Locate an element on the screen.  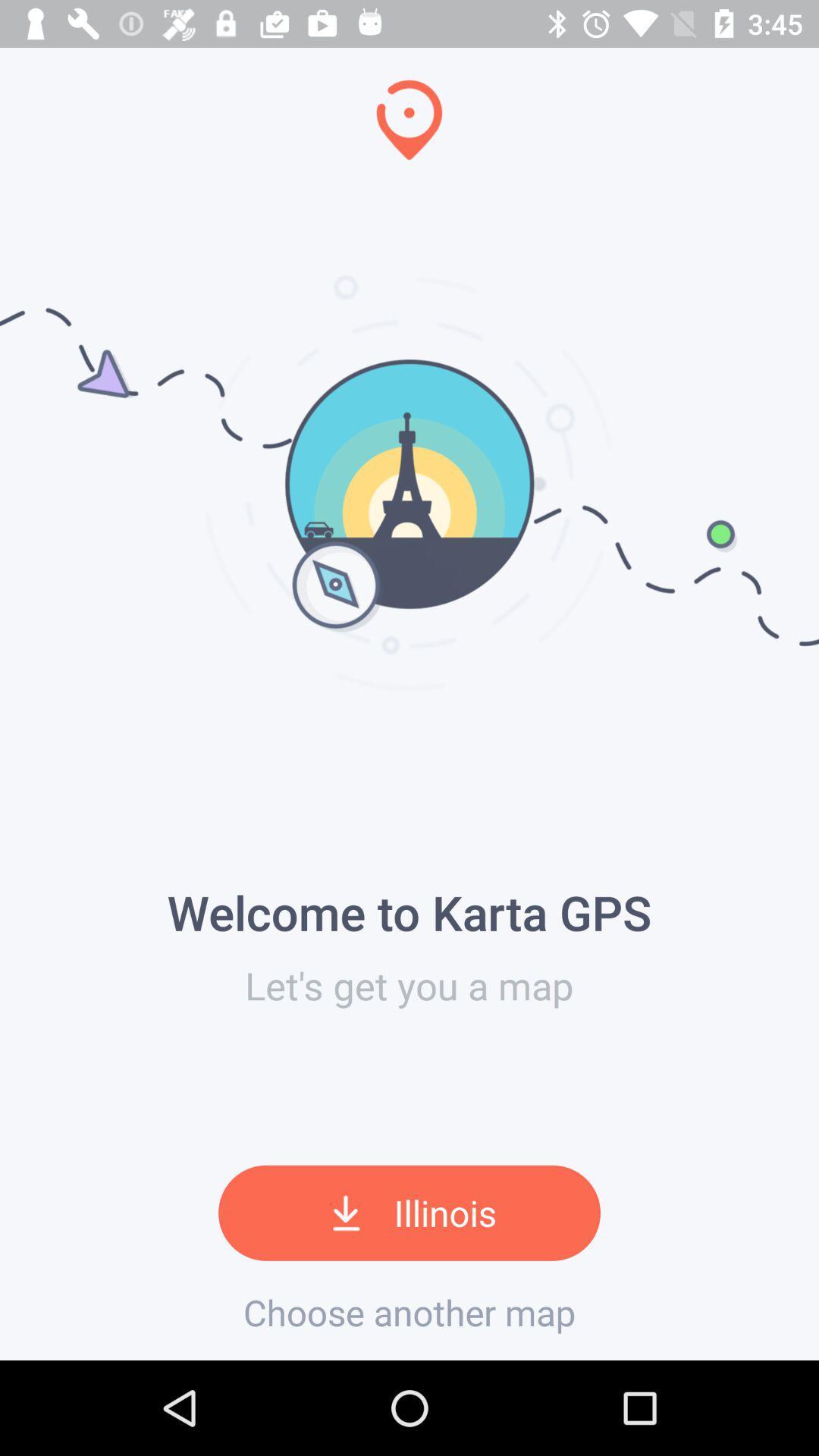
the item to the left of the let s get icon is located at coordinates (5, 679).